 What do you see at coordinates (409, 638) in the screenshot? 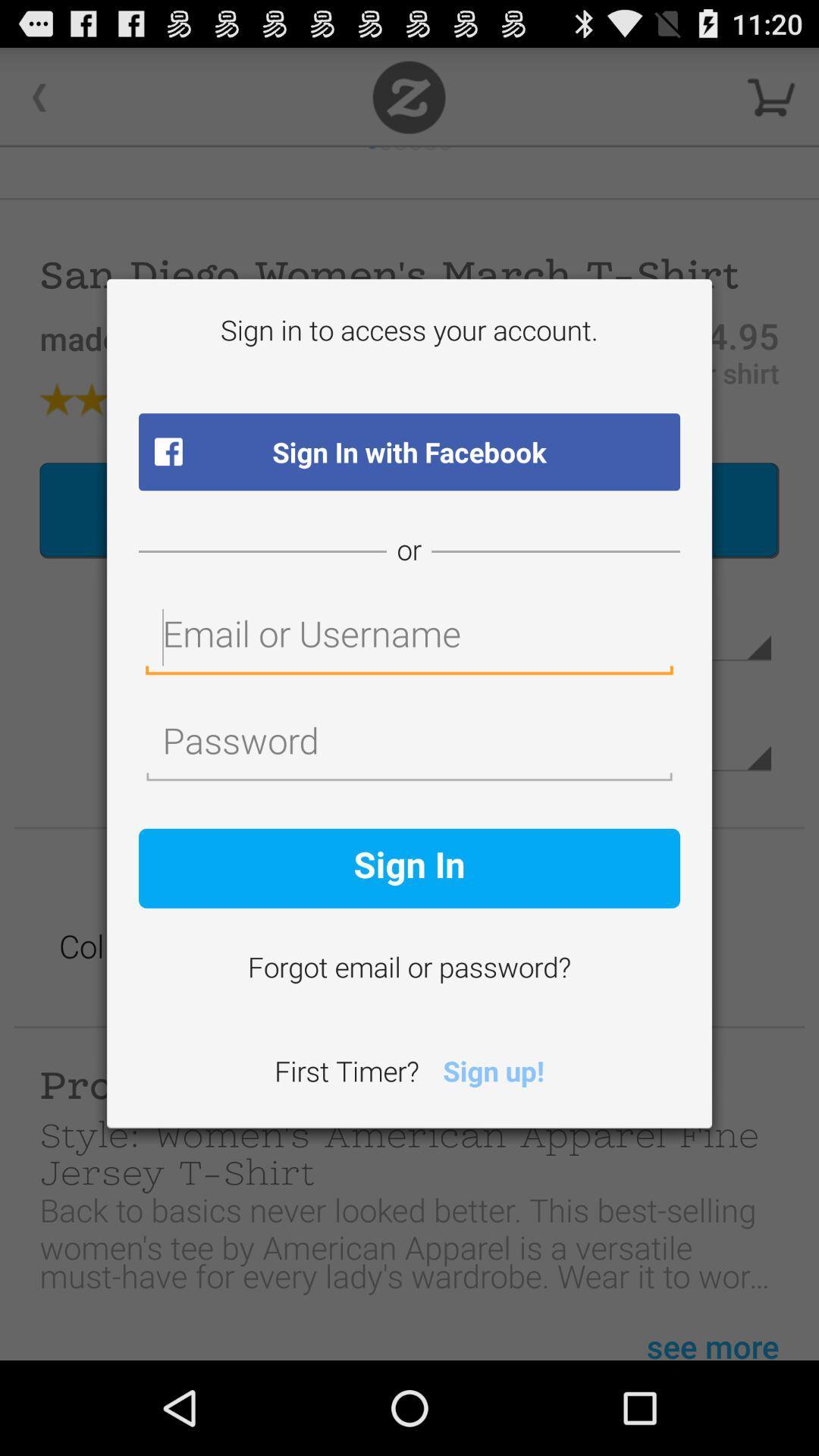
I see `the item below the or icon` at bounding box center [409, 638].